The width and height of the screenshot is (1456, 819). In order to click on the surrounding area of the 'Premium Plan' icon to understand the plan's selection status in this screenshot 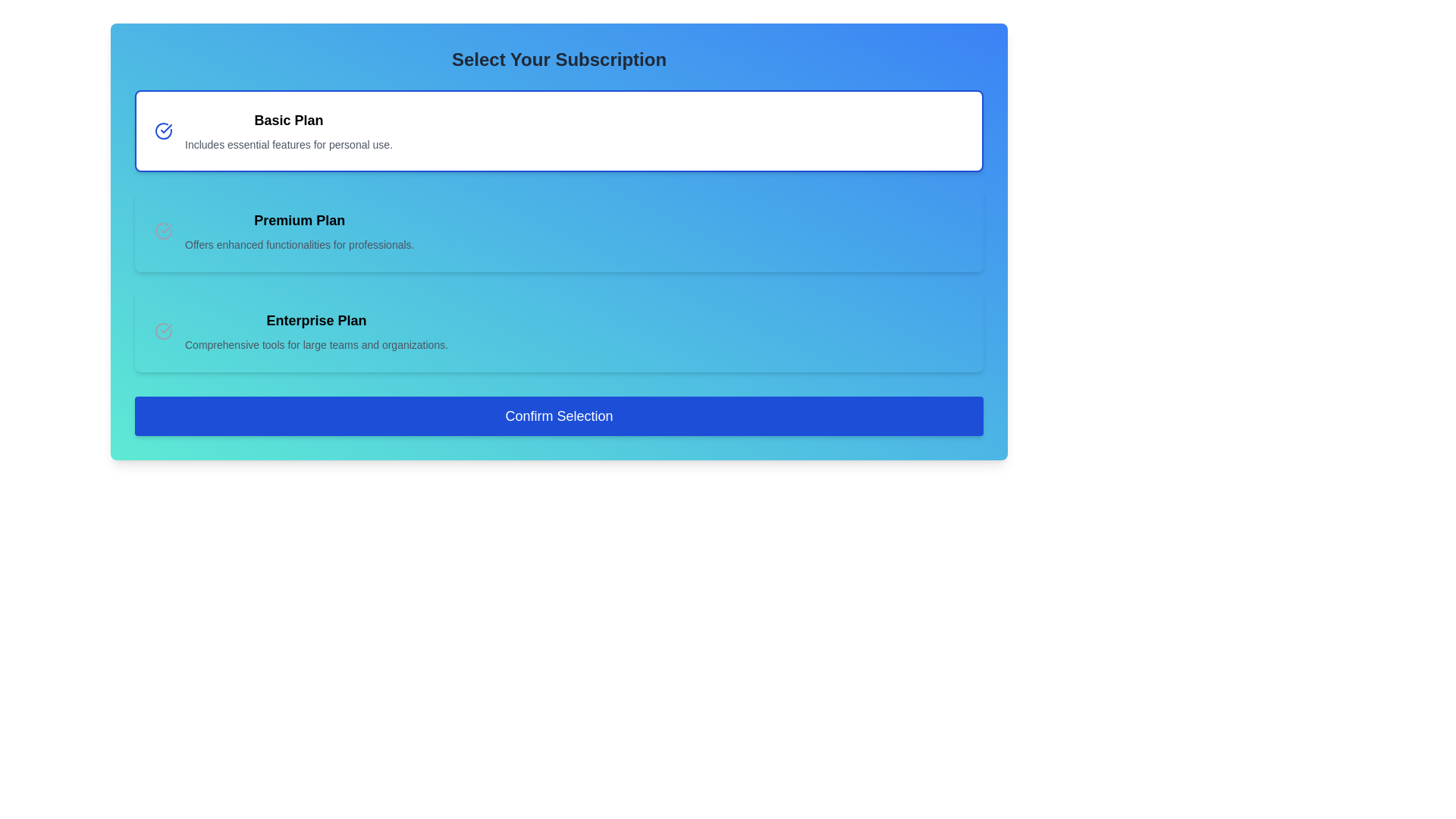, I will do `click(164, 231)`.